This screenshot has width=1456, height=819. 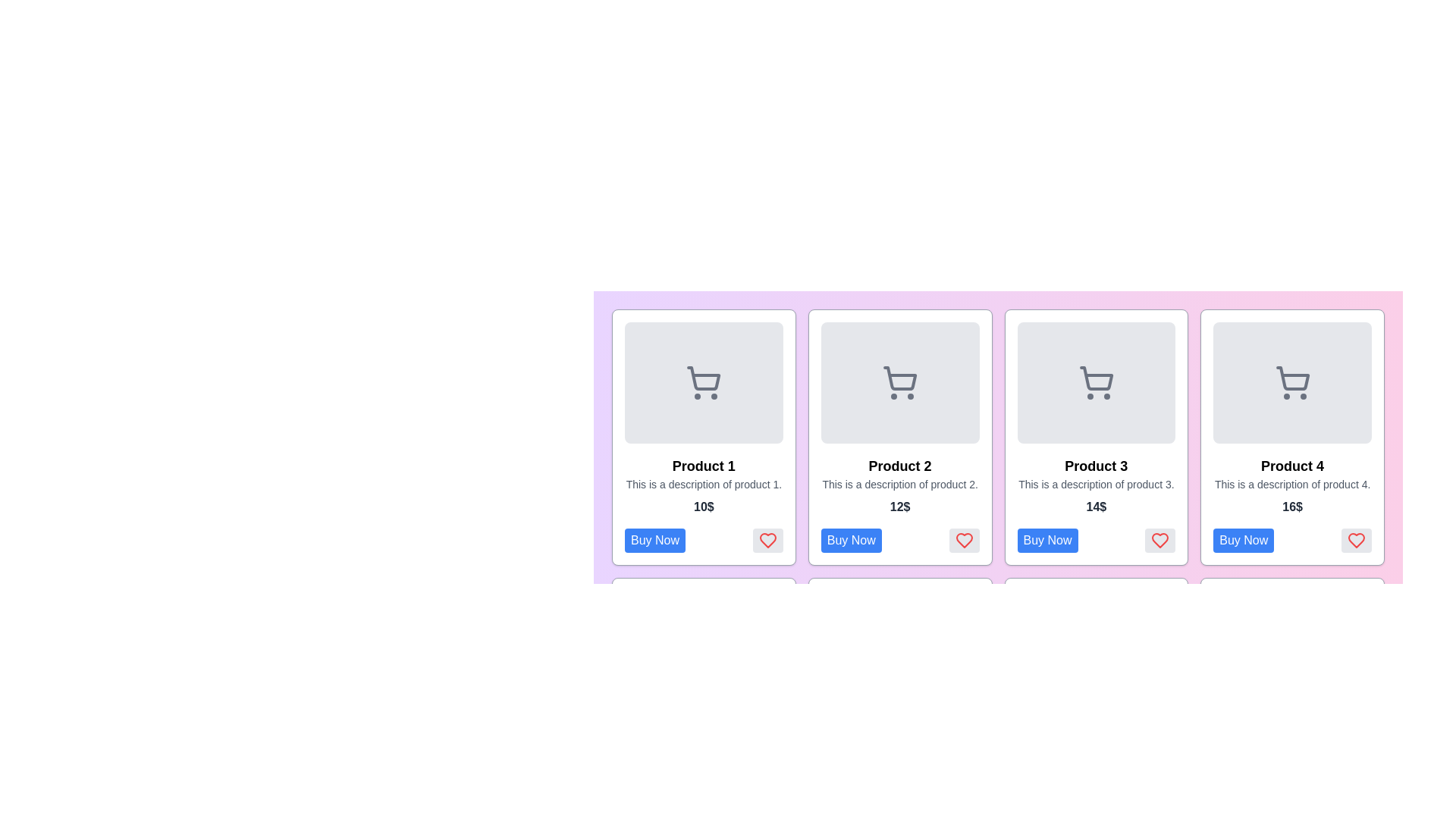 I want to click on the blue 'Buy Now' button with rounded corners located below the product description and price of 'Product 3', so click(x=1046, y=540).